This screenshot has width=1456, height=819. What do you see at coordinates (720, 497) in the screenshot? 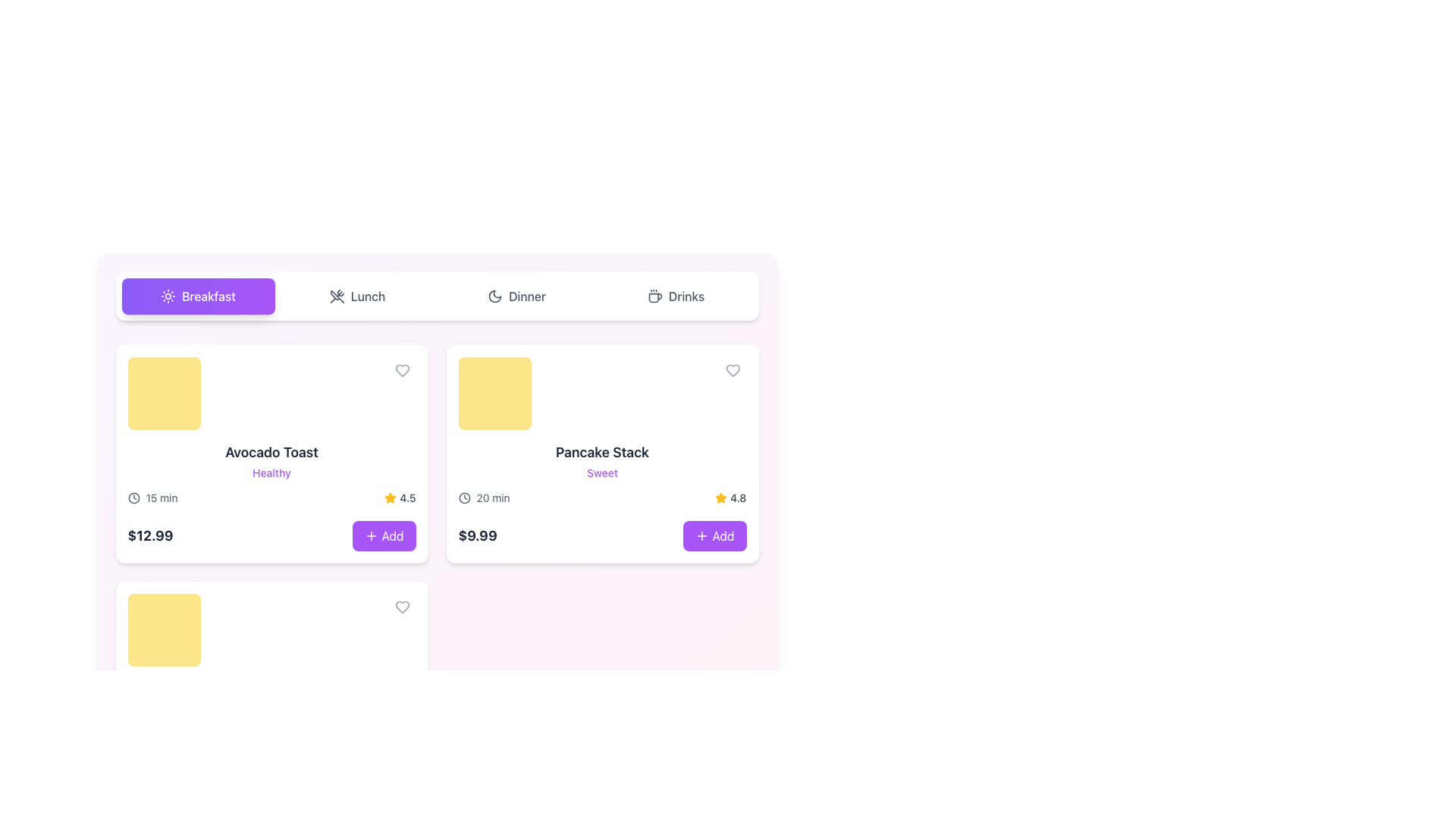
I see `the rating icon that visually represents the quality of the 'Pancake Stack' item, which is located in the bottom-right corner of the item card, above the price and add-to-cart button` at bounding box center [720, 497].